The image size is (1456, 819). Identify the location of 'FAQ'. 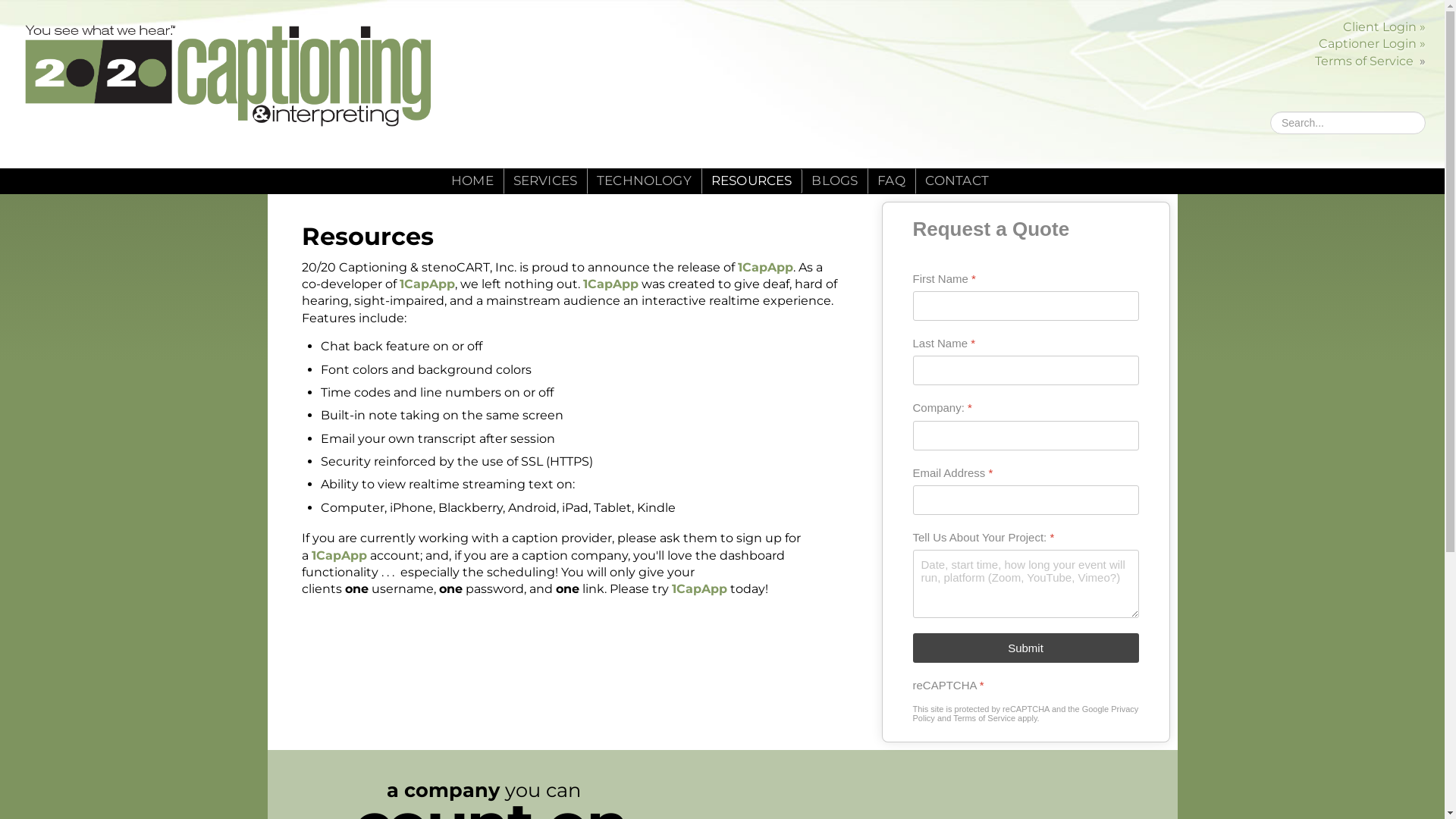
(877, 180).